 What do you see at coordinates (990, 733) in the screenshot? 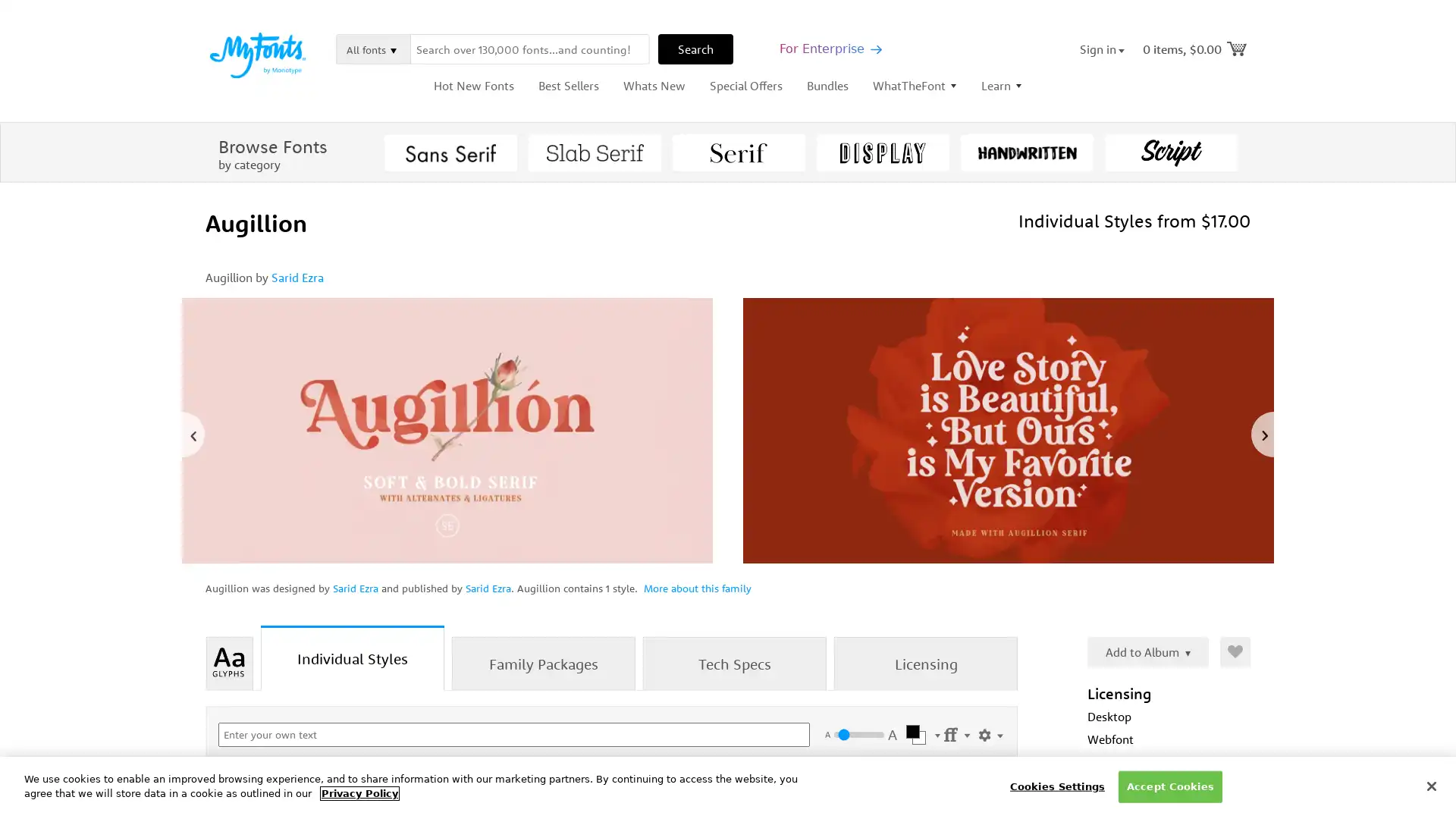
I see `Show Settings` at bounding box center [990, 733].